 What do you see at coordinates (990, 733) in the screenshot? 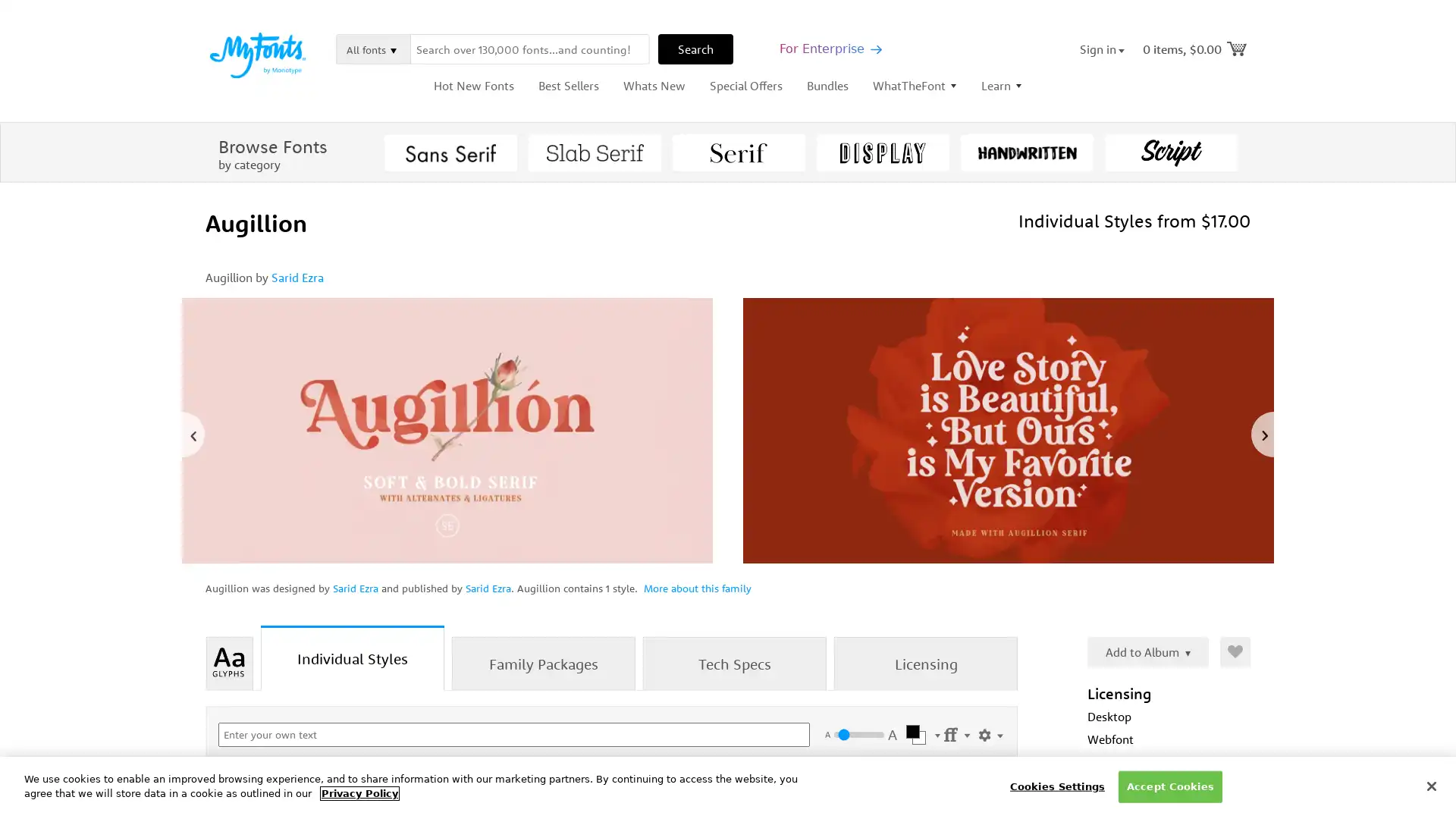
I see `Show Settings` at bounding box center [990, 733].